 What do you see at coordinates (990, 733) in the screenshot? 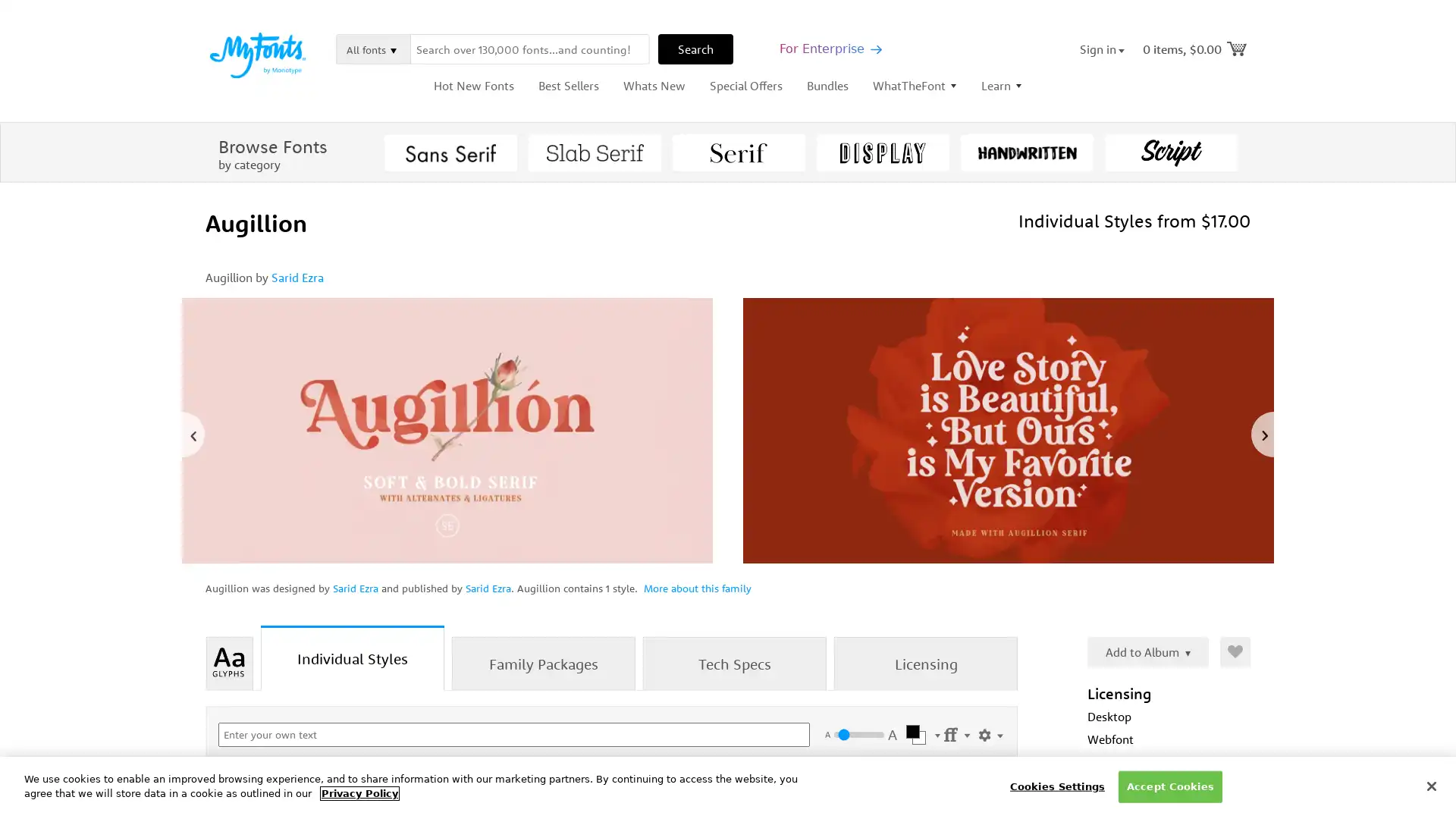
I see `Show Settings` at bounding box center [990, 733].